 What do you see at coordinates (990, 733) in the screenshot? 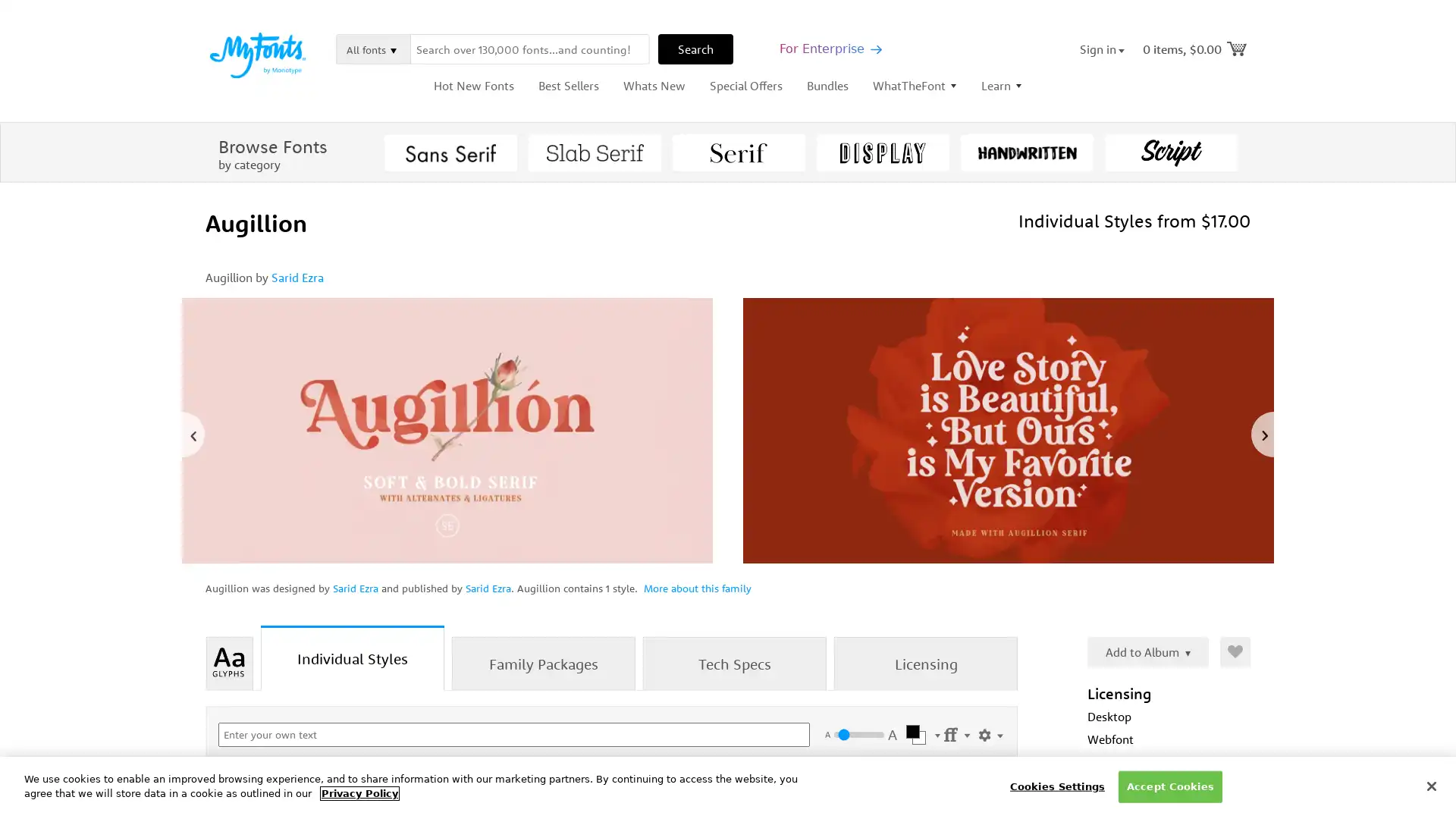
I see `Show Settings` at bounding box center [990, 733].